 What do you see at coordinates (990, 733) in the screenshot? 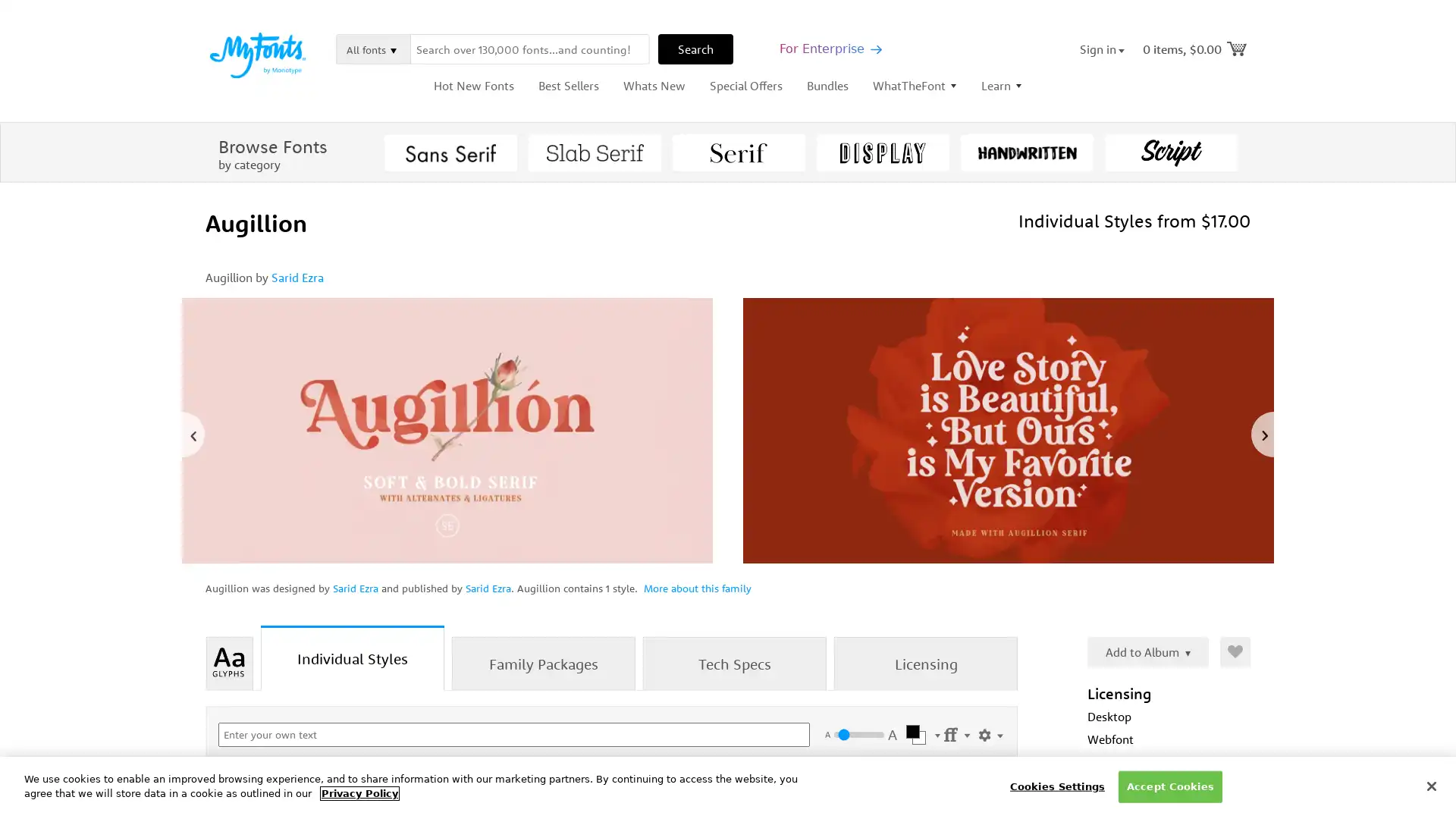
I see `Show Settings` at bounding box center [990, 733].